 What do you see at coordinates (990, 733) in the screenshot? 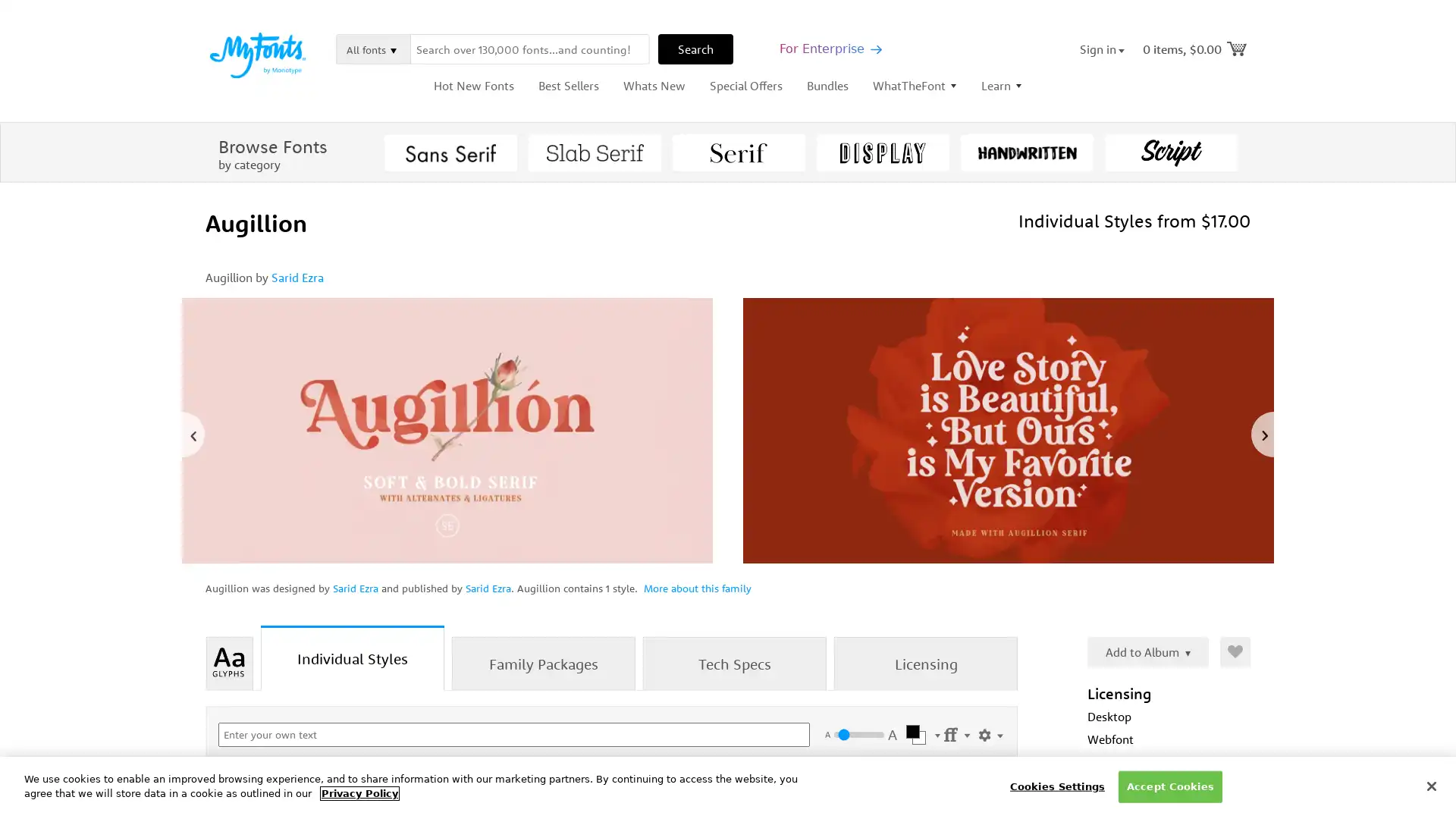
I see `Show Settings` at bounding box center [990, 733].